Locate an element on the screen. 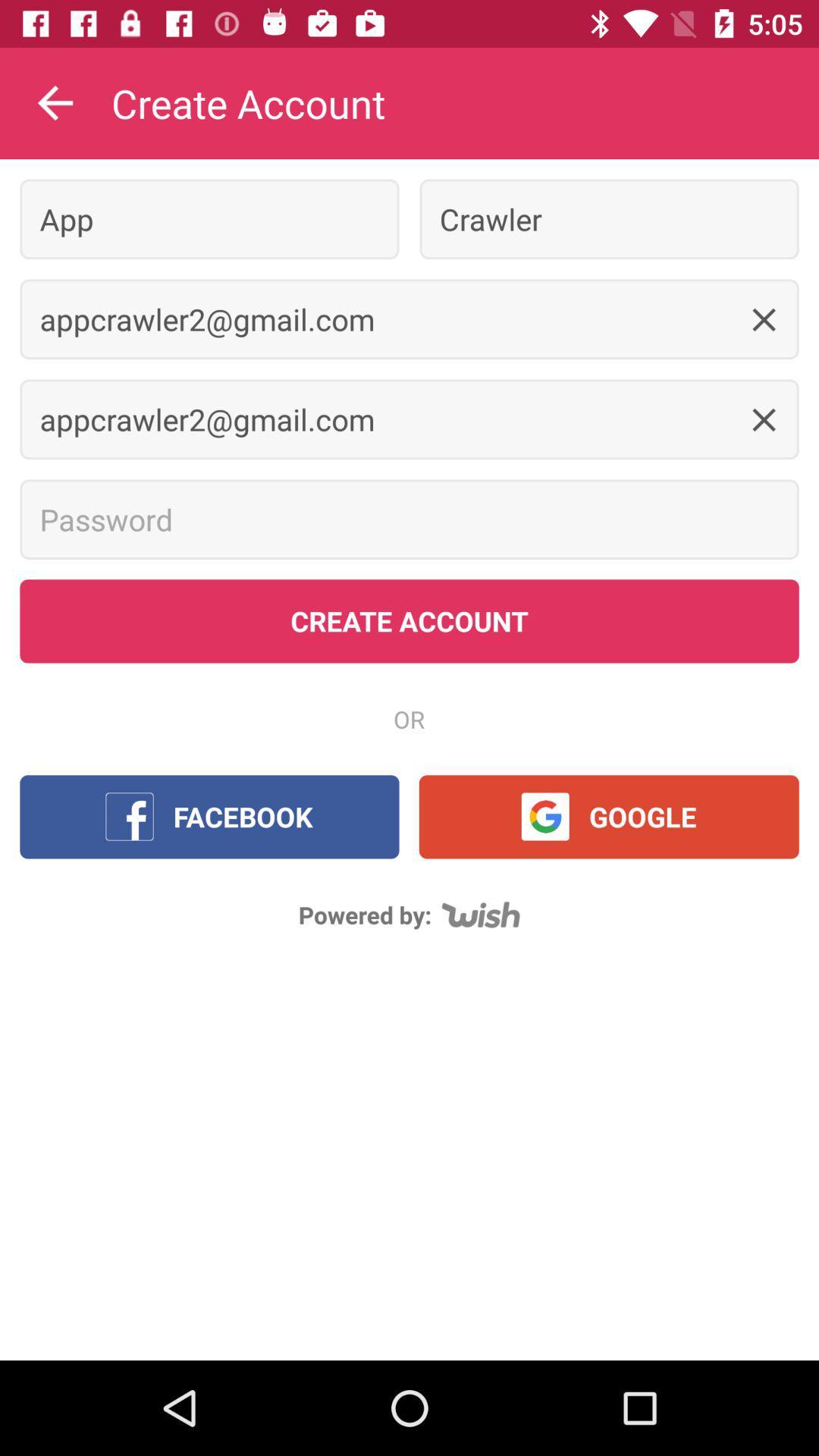 The width and height of the screenshot is (819, 1456). app item is located at coordinates (209, 218).